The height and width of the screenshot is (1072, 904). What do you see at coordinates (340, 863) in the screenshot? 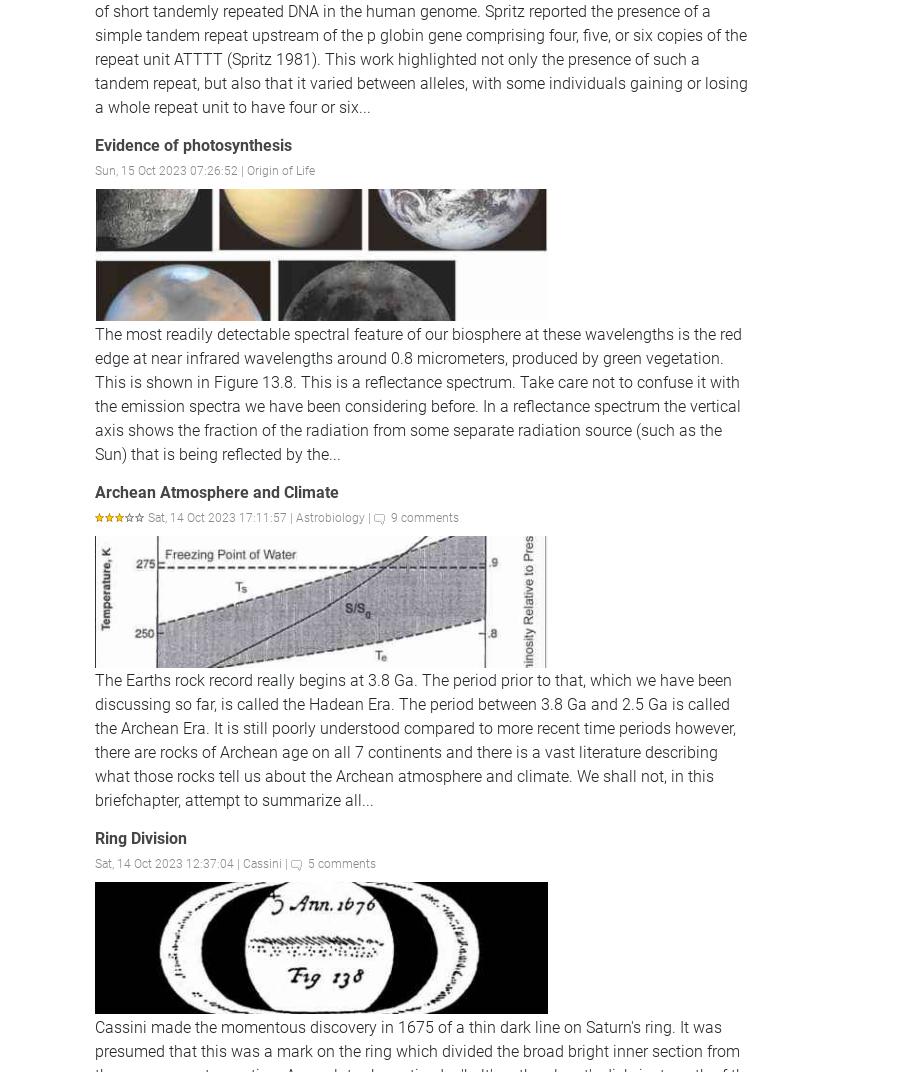
I see `'5 comments'` at bounding box center [340, 863].